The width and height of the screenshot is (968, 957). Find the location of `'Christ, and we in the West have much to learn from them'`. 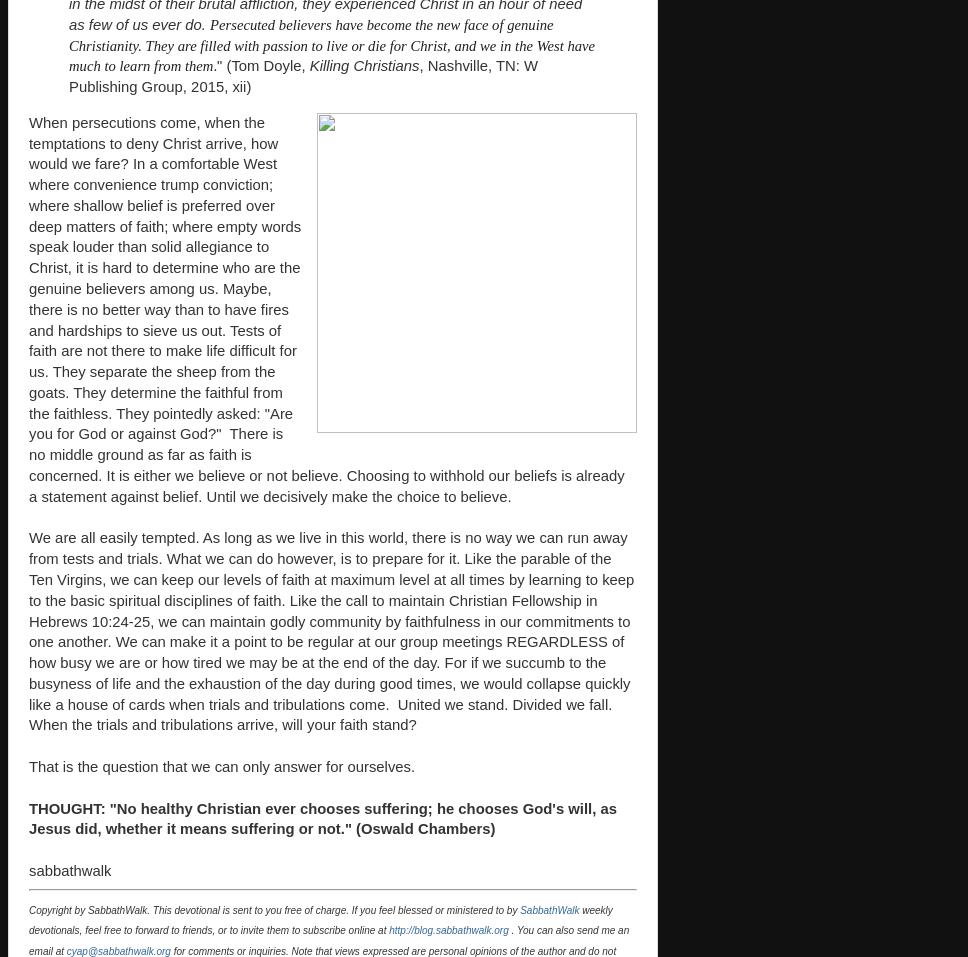

'Christ, and we in the West have much to learn from them' is located at coordinates (332, 54).